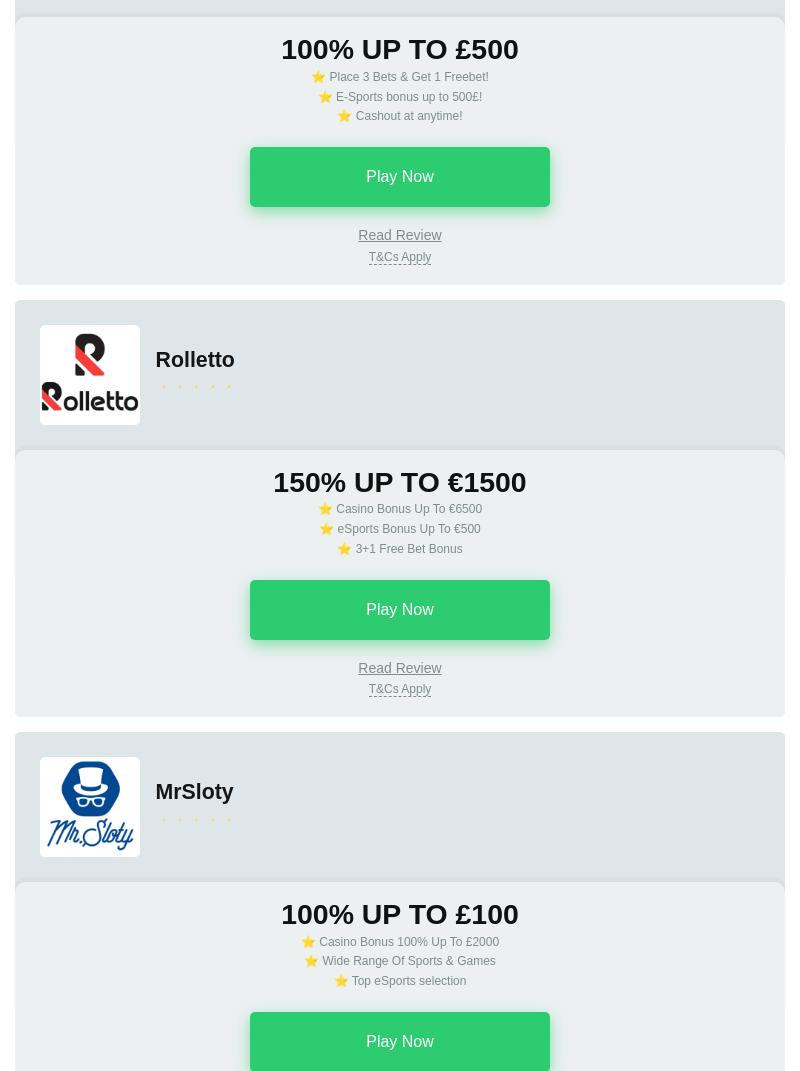 This screenshot has height=1071, width=800. Describe the element at coordinates (155, 358) in the screenshot. I see `'Rolletto'` at that location.